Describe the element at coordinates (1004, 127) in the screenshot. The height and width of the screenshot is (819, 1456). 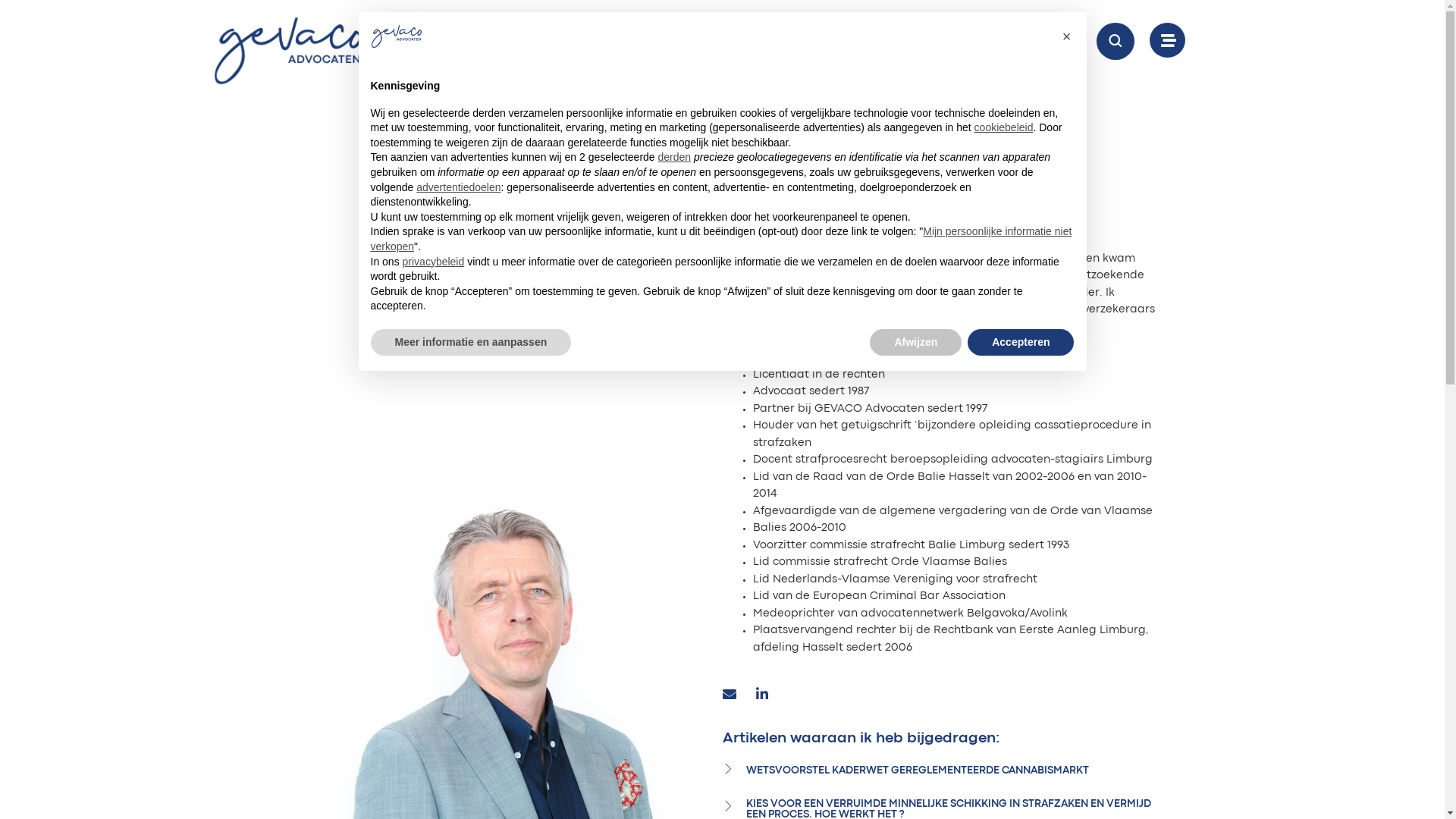
I see `'cookiebeleid'` at that location.